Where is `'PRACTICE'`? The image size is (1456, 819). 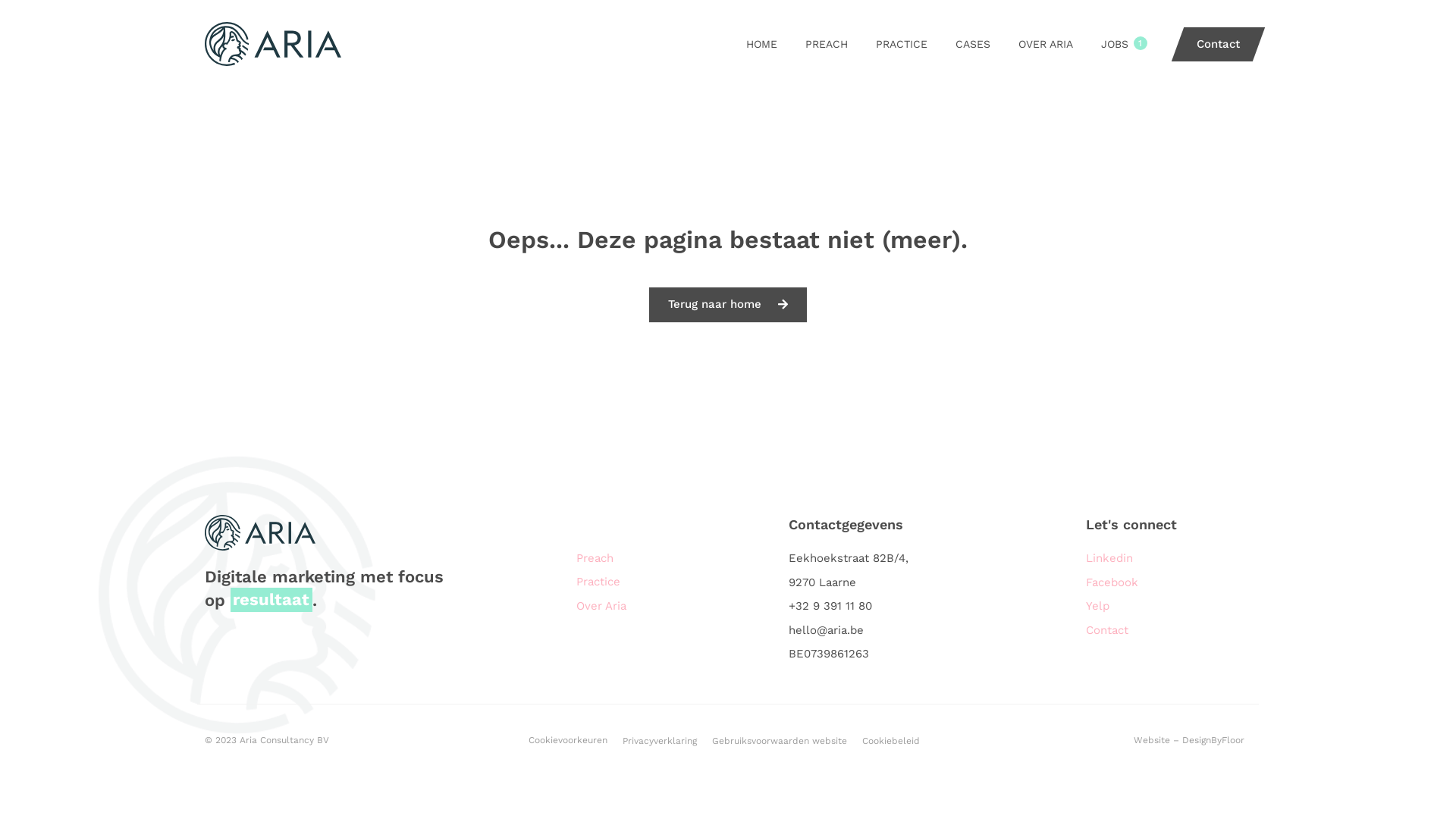 'PRACTICE' is located at coordinates (902, 42).